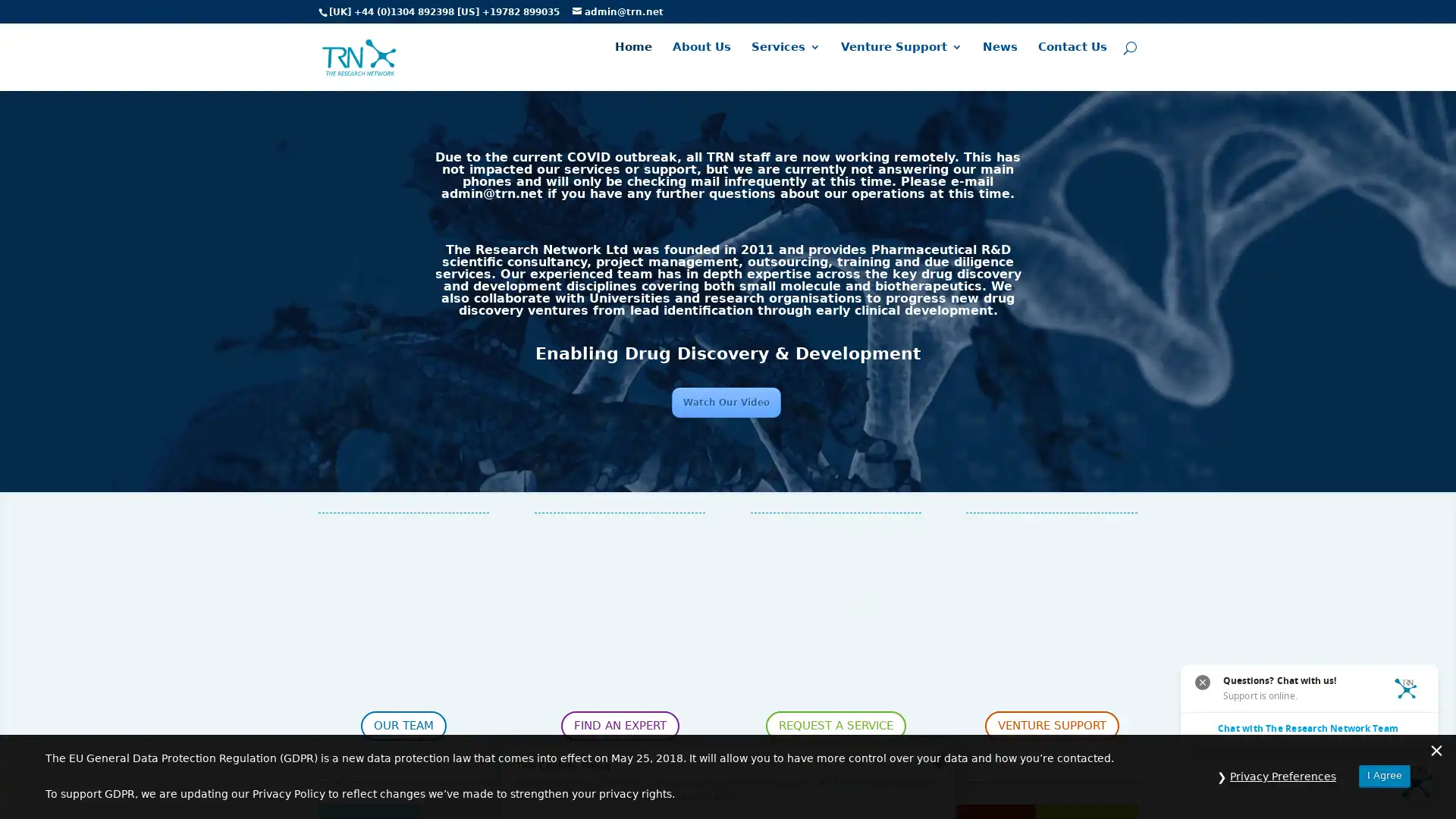 The height and width of the screenshot is (819, 1456). I want to click on Questions? Chat with us! Support is online. Chat with The Research Network Team, so click(1414, 780).